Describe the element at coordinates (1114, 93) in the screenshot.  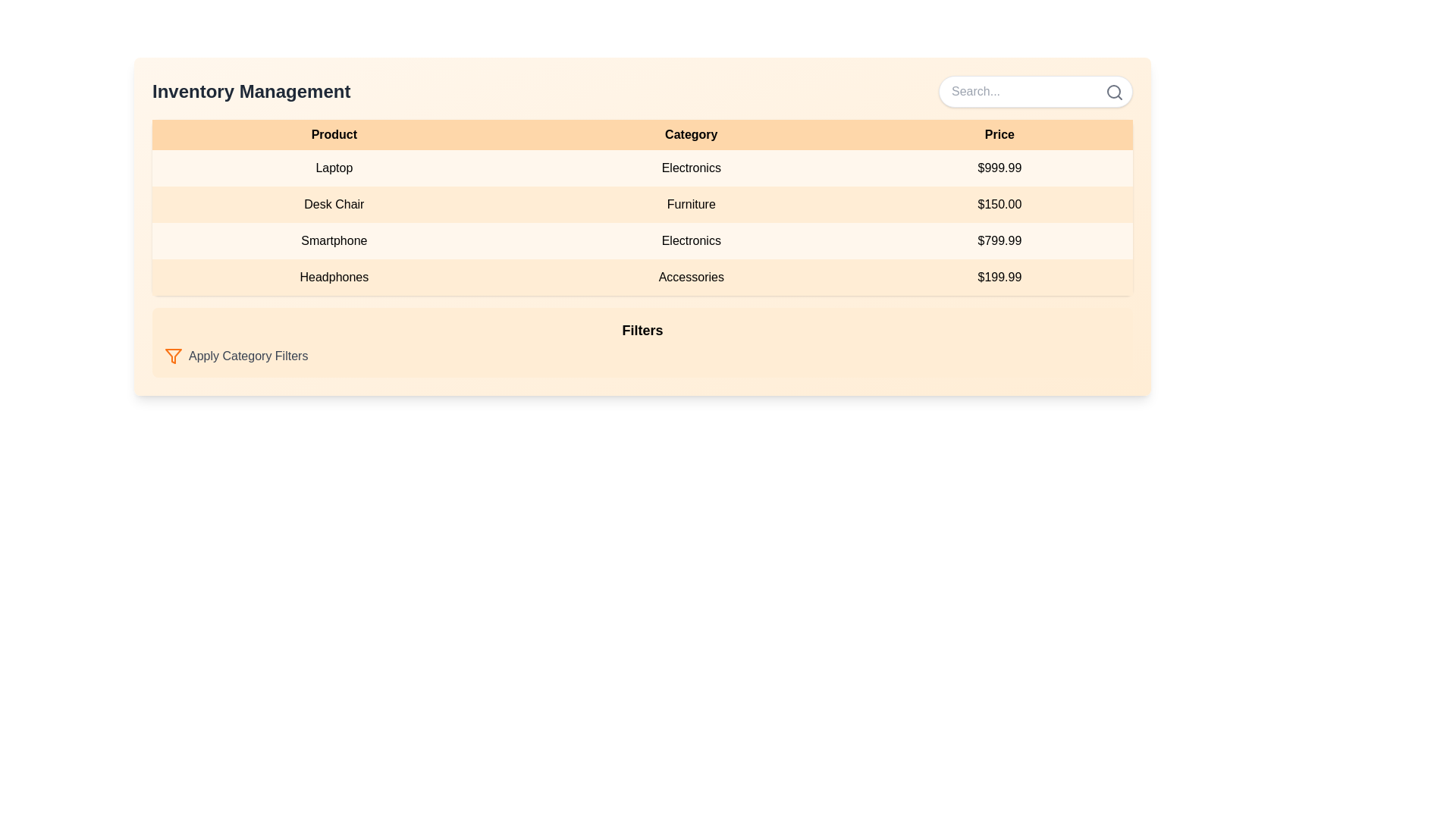
I see `the magnifying glass icon located at the far right of the search input field to initiate a search operation` at that location.